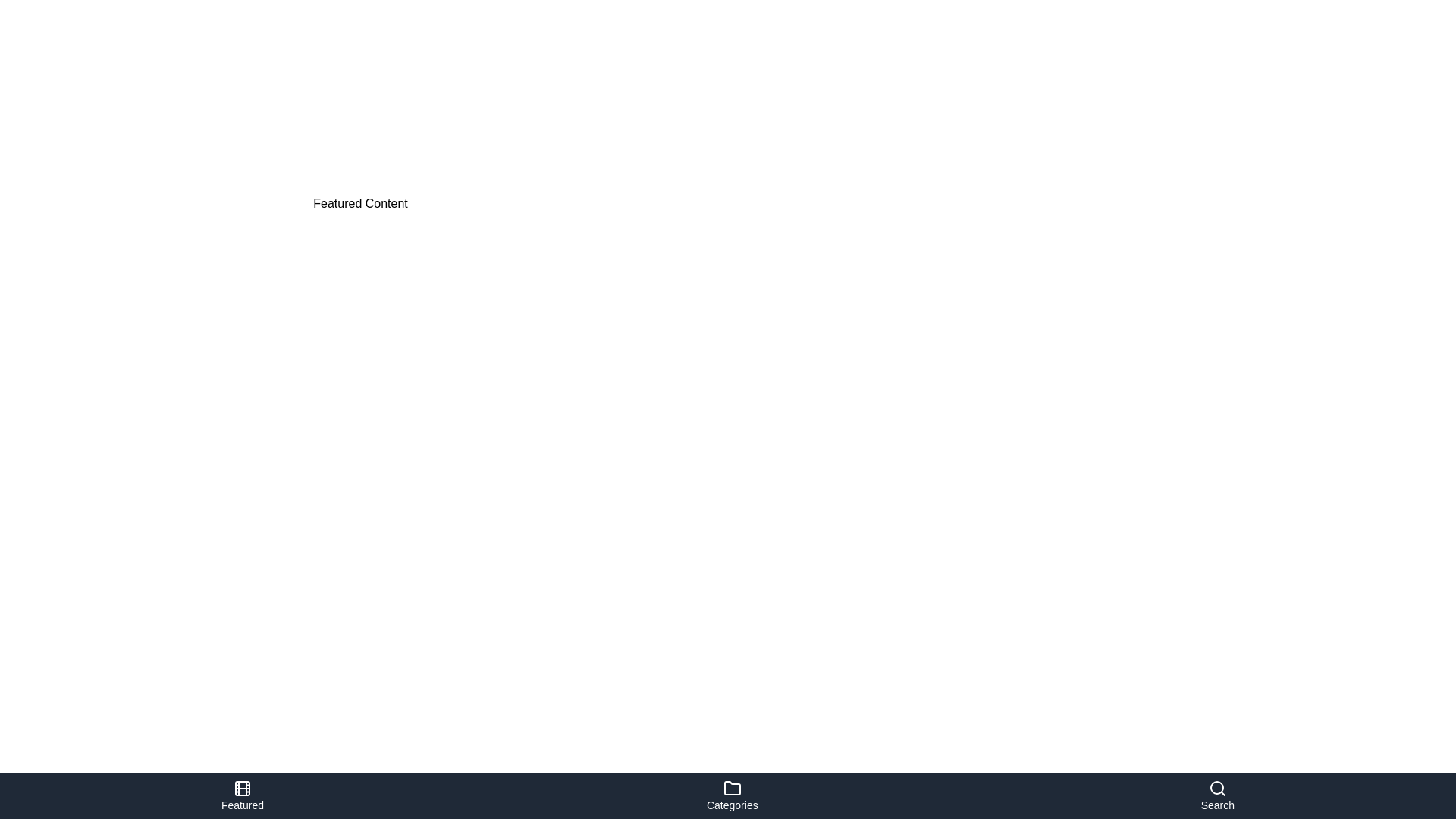 This screenshot has height=819, width=1456. I want to click on the folder icon with a light-colored outline located in the 'Categories' section of the bottom navigation bar, positioned above the text label 'Categories', so click(732, 788).